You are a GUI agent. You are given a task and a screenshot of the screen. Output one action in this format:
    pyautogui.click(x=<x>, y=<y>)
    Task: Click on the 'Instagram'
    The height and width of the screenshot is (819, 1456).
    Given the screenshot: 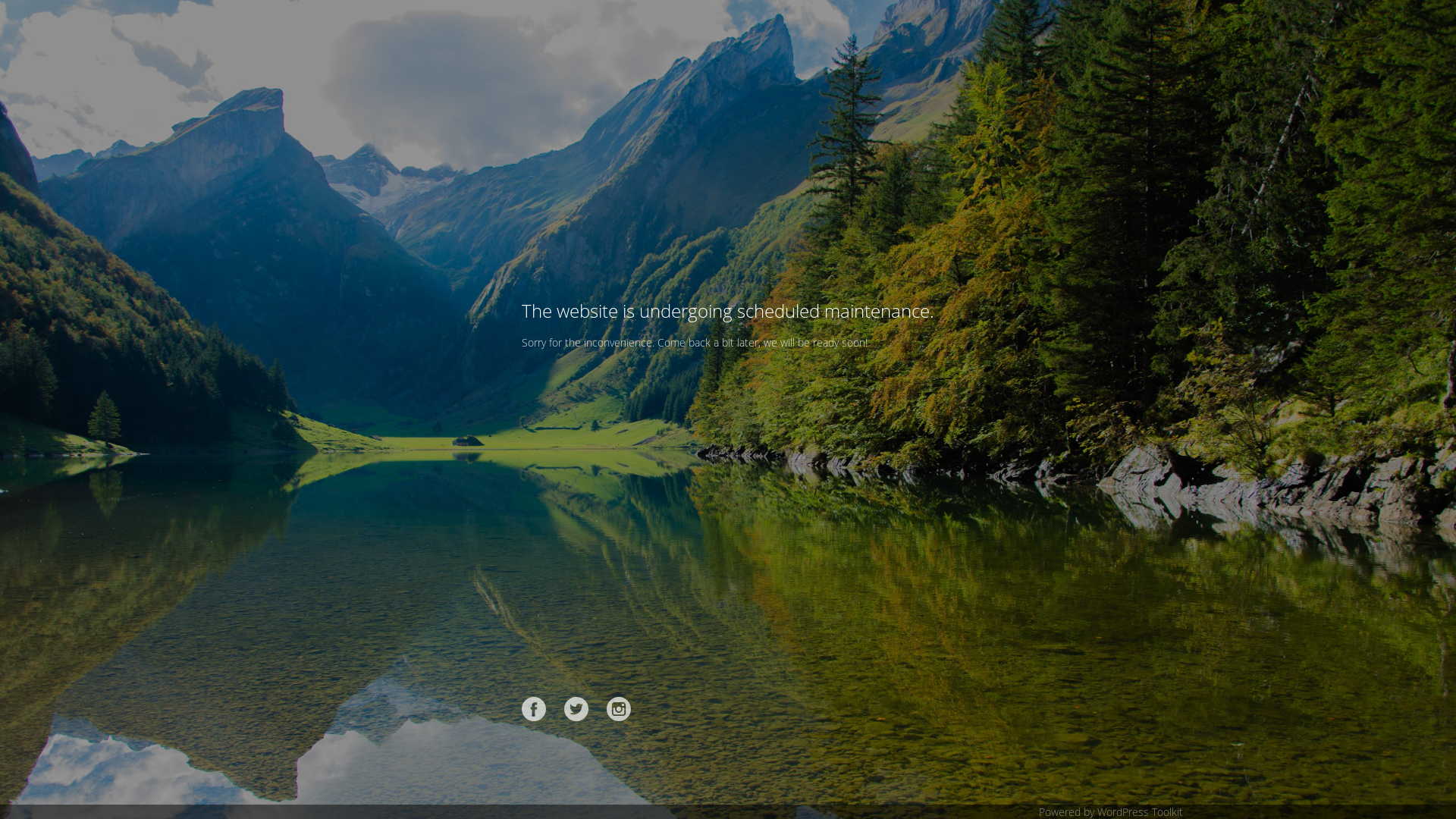 What is the action you would take?
    pyautogui.click(x=619, y=708)
    